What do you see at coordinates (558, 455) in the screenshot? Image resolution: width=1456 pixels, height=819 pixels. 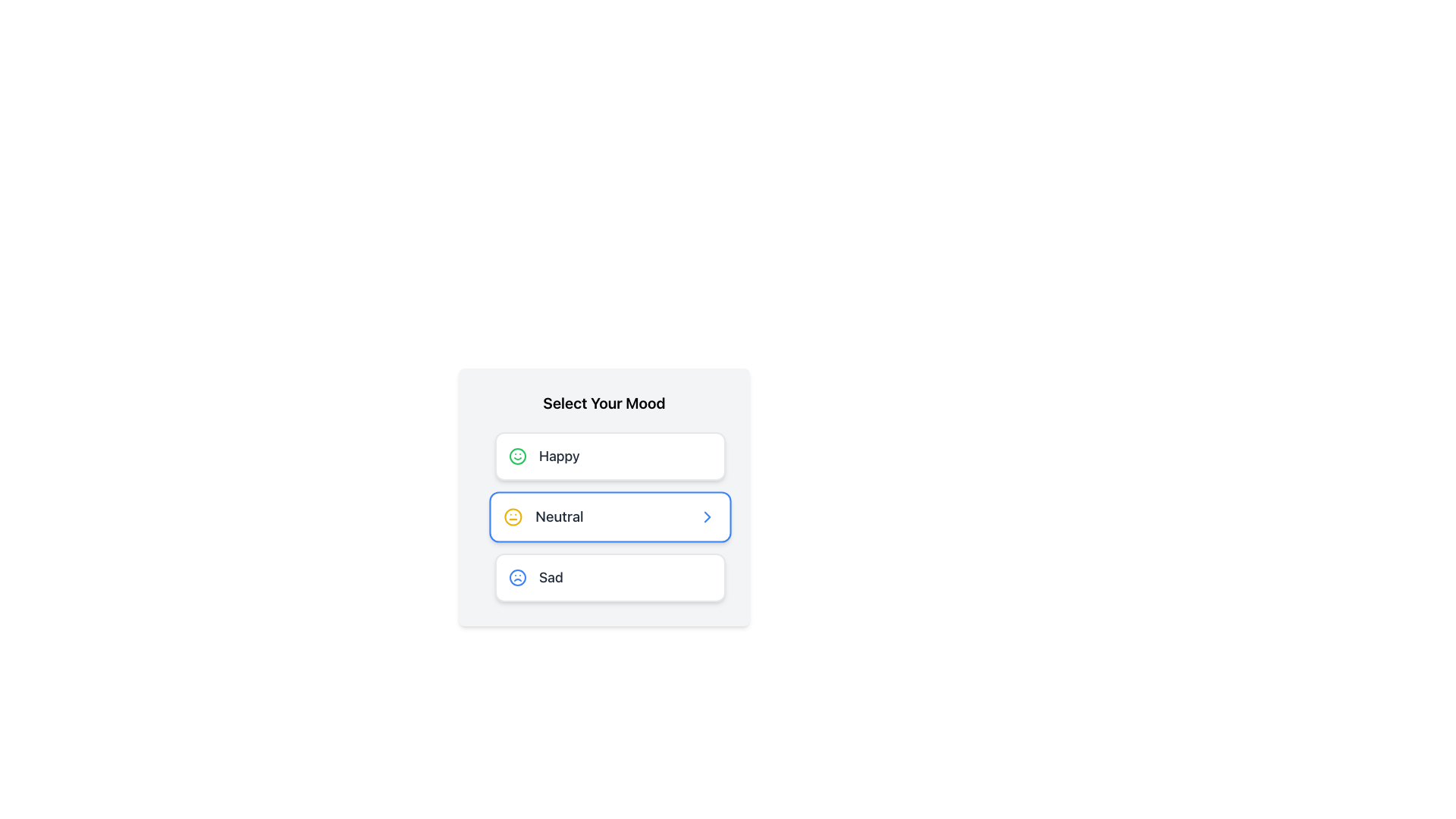 I see `the 'Happy' text label, which is displayed in a bold font and is positioned to the right of a green smiley face icon within a rounded white rectangular box` at bounding box center [558, 455].